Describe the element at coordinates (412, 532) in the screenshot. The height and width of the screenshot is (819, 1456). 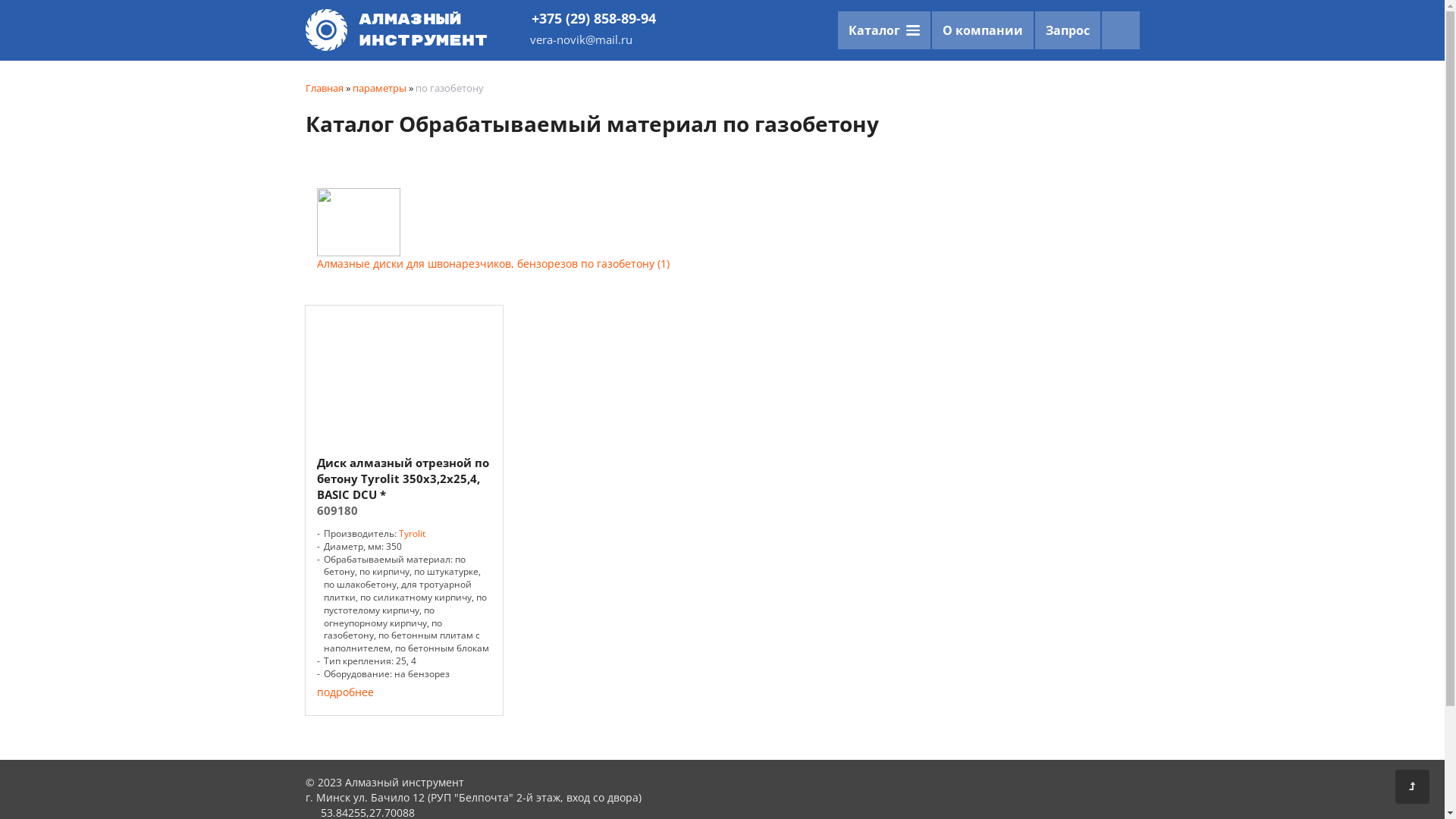
I see `'Tyrolit'` at that location.